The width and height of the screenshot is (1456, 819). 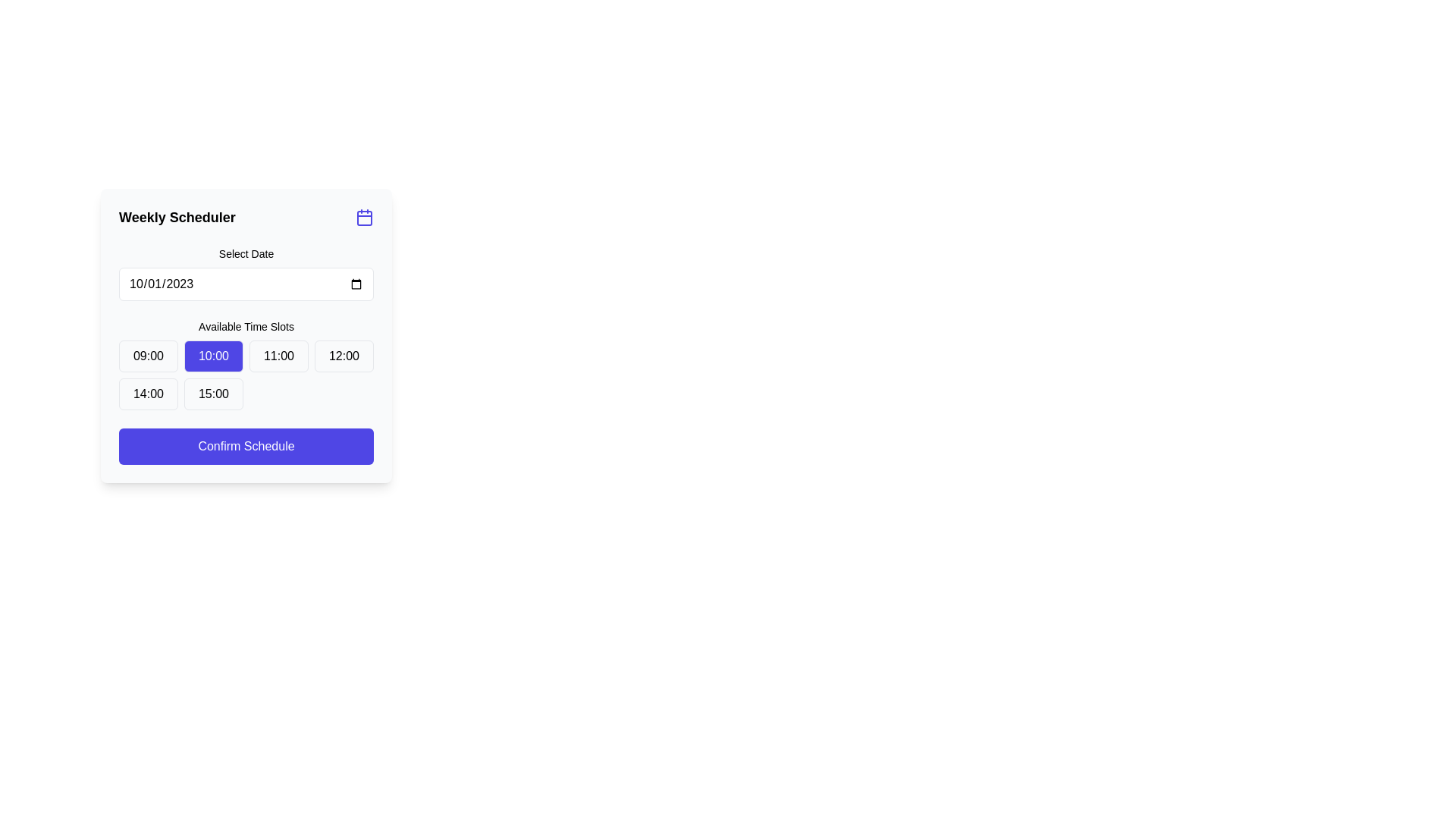 What do you see at coordinates (149, 394) in the screenshot?
I see `the button representing the selectable time slot '14:00' in the grid of time slots to choose this specific time` at bounding box center [149, 394].